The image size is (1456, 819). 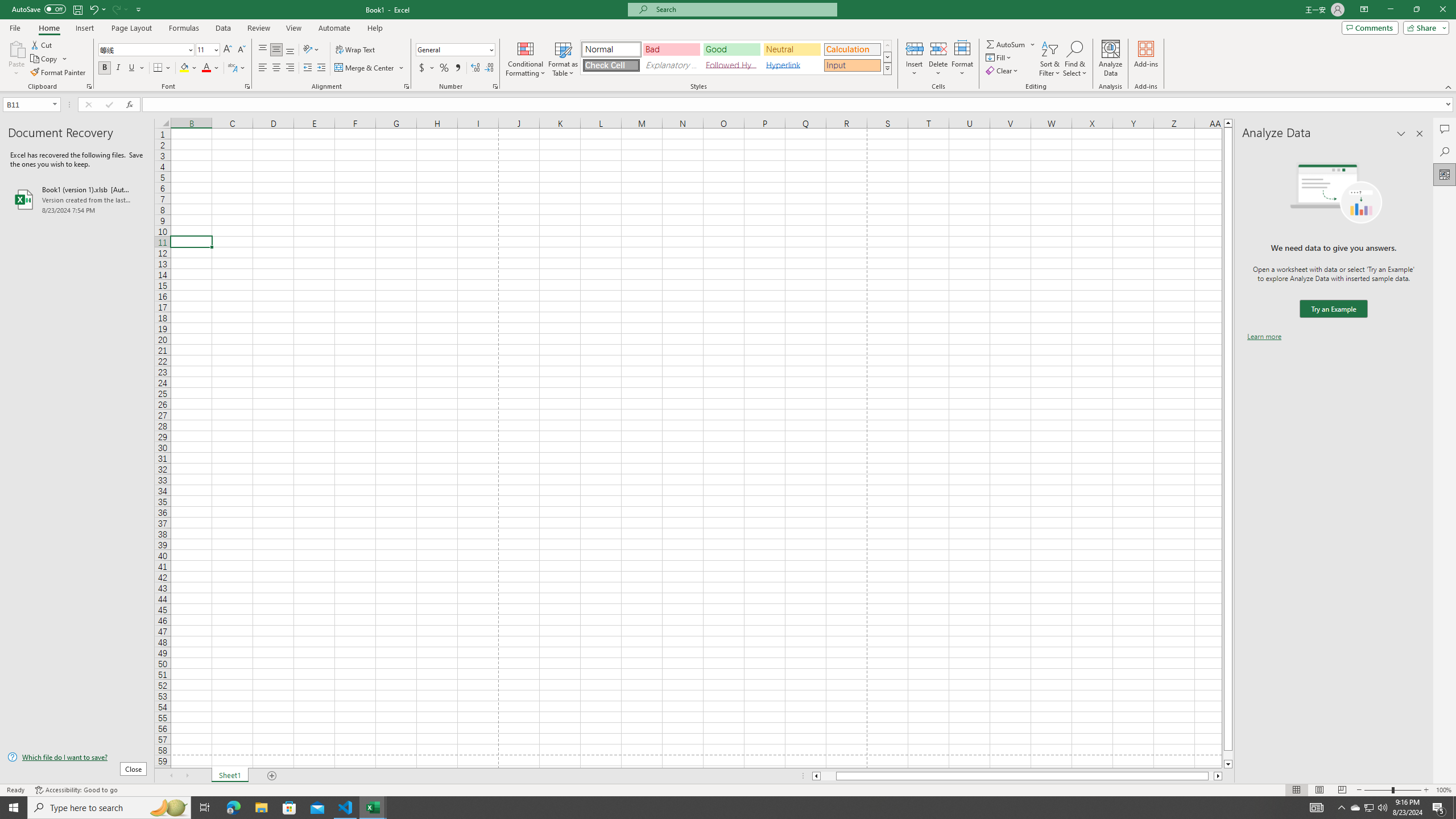 What do you see at coordinates (158, 67) in the screenshot?
I see `'Bottom Border'` at bounding box center [158, 67].